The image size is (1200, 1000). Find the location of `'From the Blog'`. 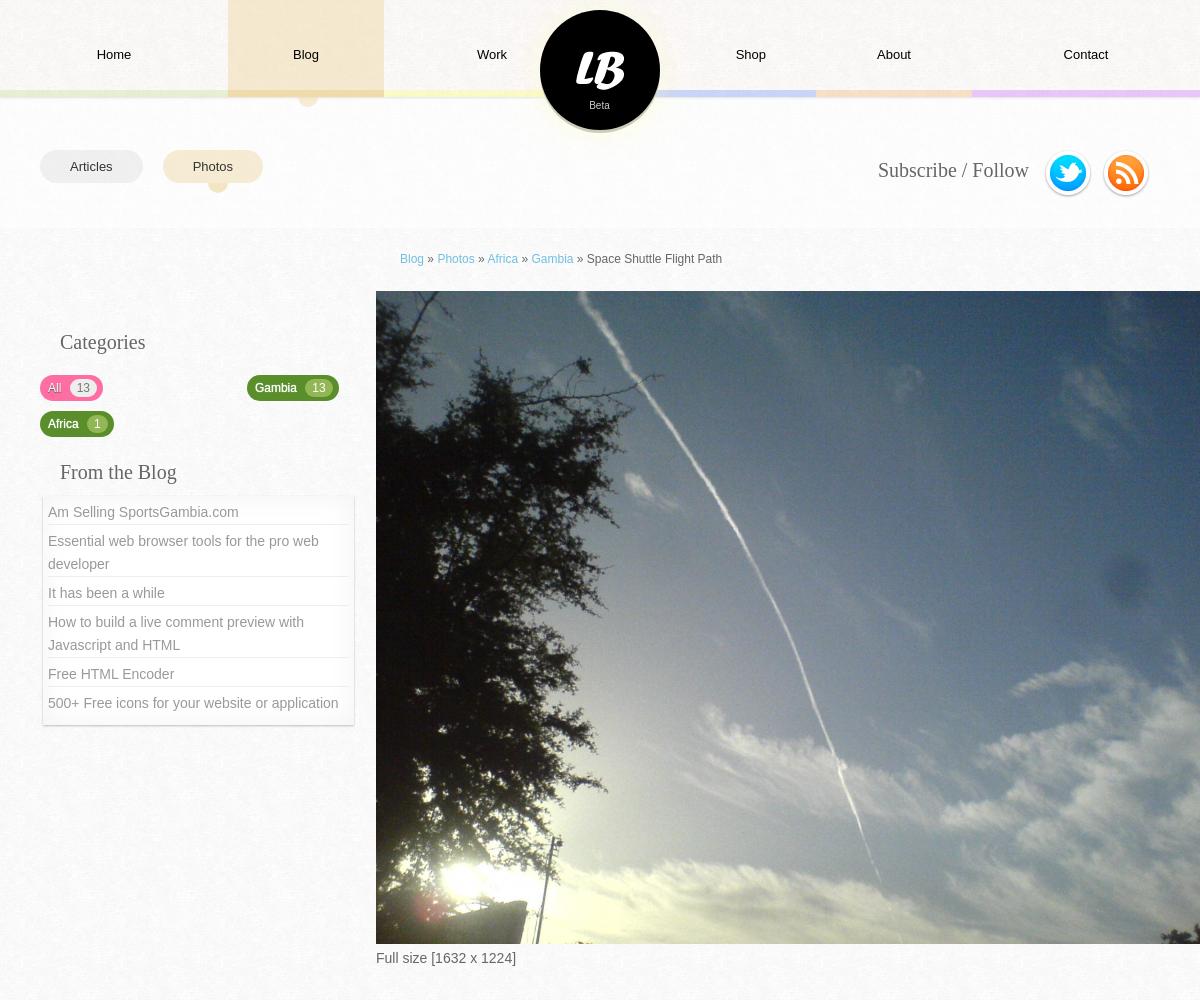

'From the Blog' is located at coordinates (117, 471).